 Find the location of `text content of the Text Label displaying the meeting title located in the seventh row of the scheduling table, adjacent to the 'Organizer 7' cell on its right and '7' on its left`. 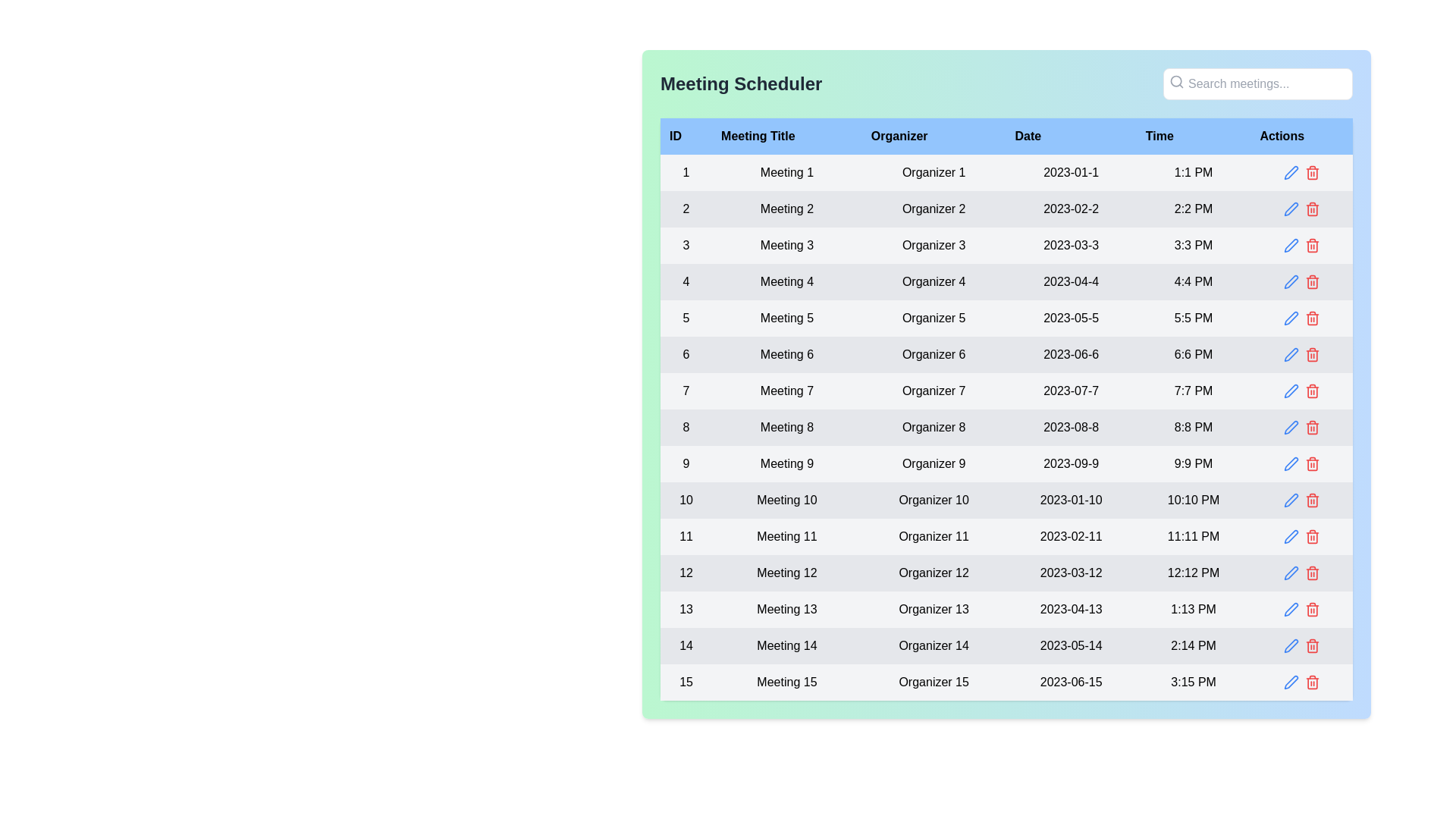

text content of the Text Label displaying the meeting title located in the seventh row of the scheduling table, adjacent to the 'Organizer 7' cell on its right and '7' on its left is located at coordinates (786, 391).